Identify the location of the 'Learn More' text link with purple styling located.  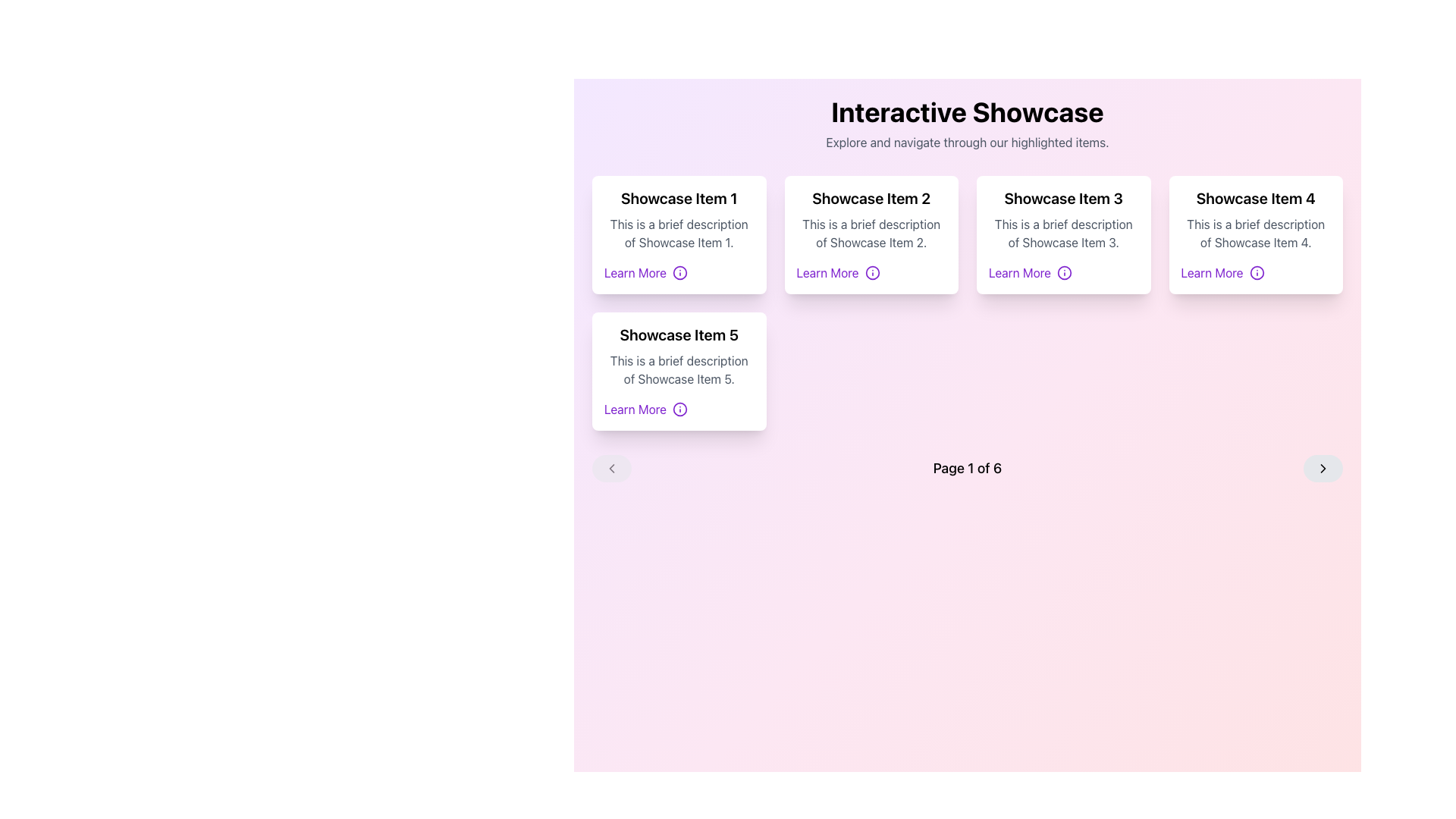
(678, 409).